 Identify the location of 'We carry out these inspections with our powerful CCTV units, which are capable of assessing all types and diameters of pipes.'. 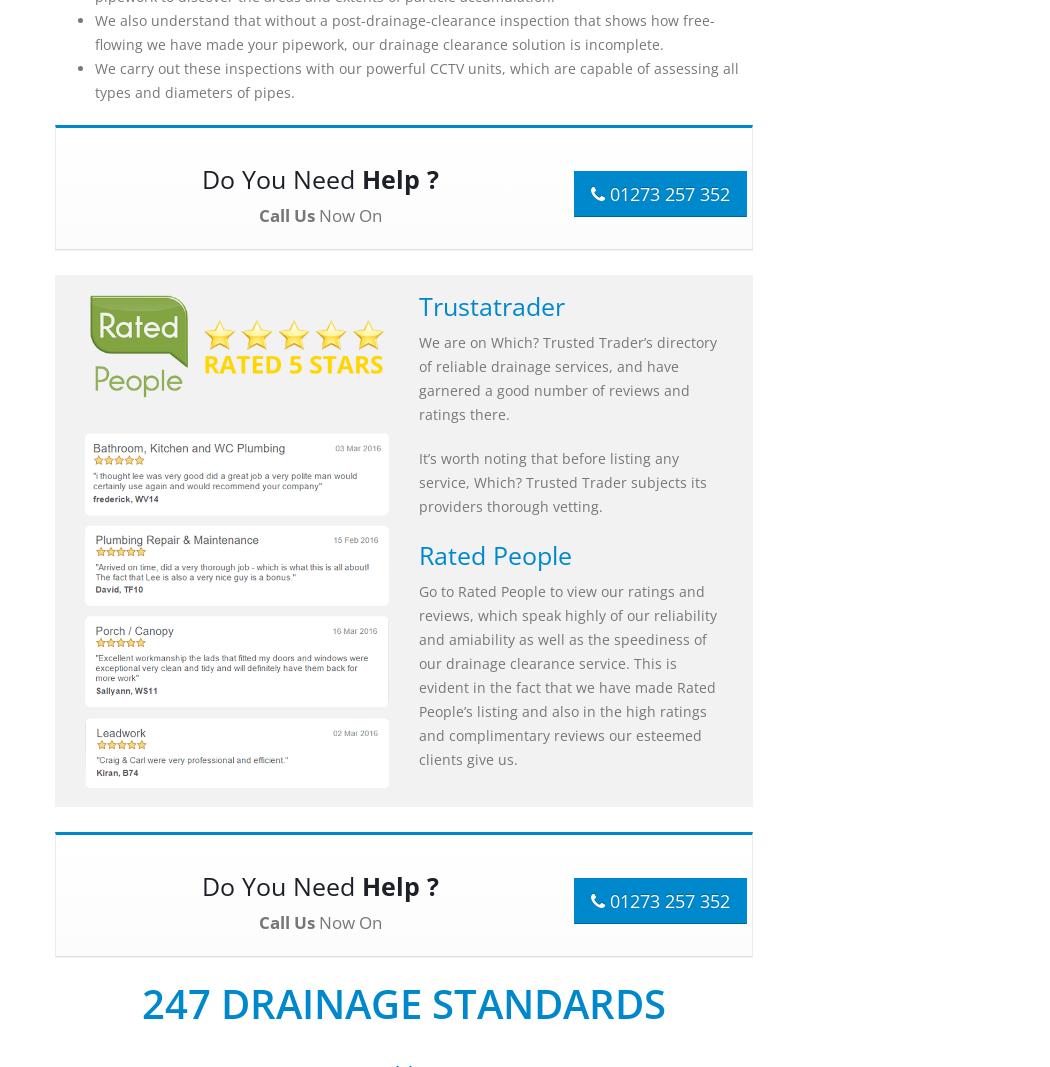
(95, 79).